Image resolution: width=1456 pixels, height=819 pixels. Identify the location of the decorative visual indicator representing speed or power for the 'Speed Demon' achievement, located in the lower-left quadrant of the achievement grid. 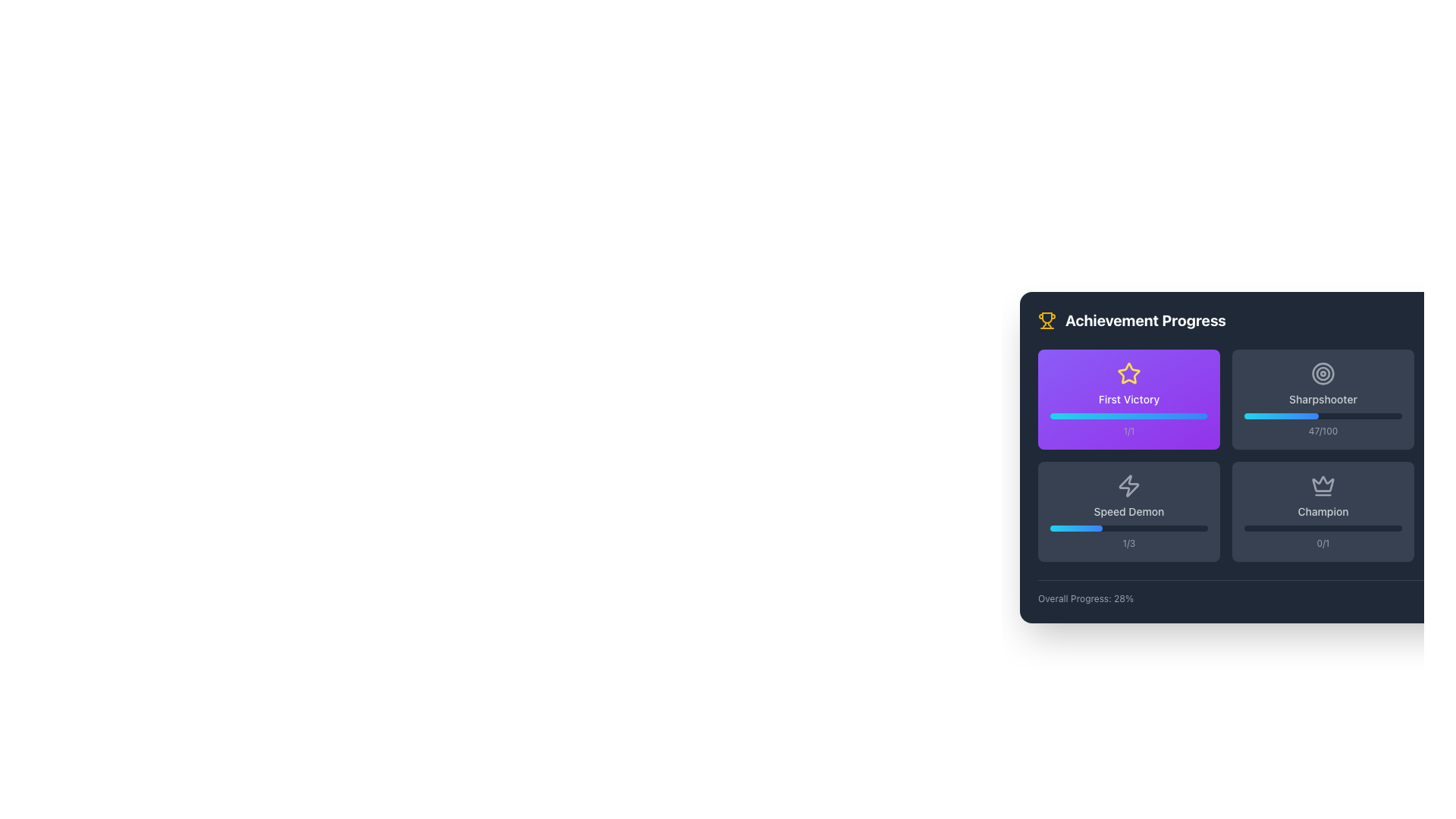
(1128, 485).